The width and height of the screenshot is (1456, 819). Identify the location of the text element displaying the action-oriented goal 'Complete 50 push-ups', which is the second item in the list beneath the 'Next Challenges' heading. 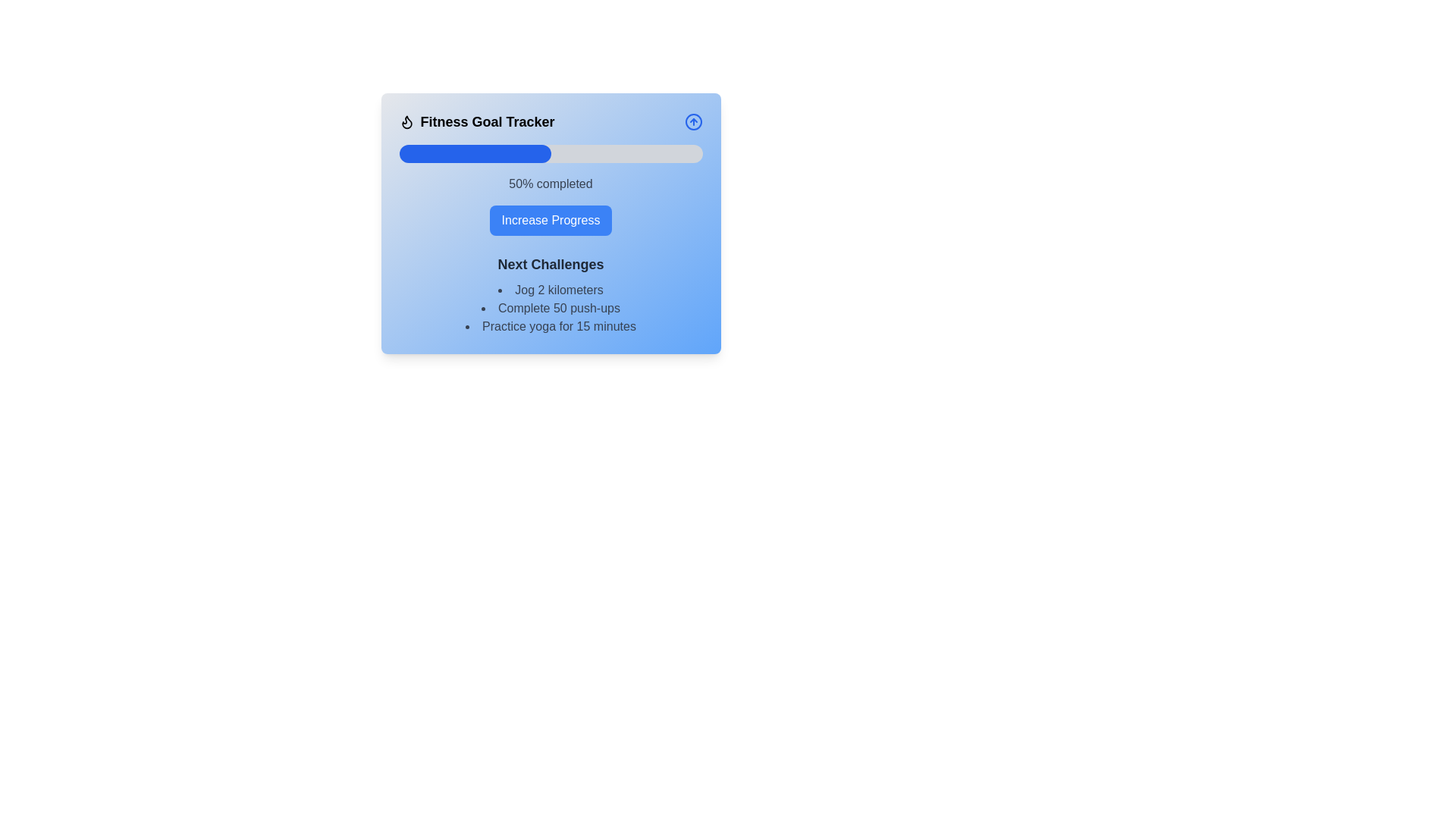
(550, 308).